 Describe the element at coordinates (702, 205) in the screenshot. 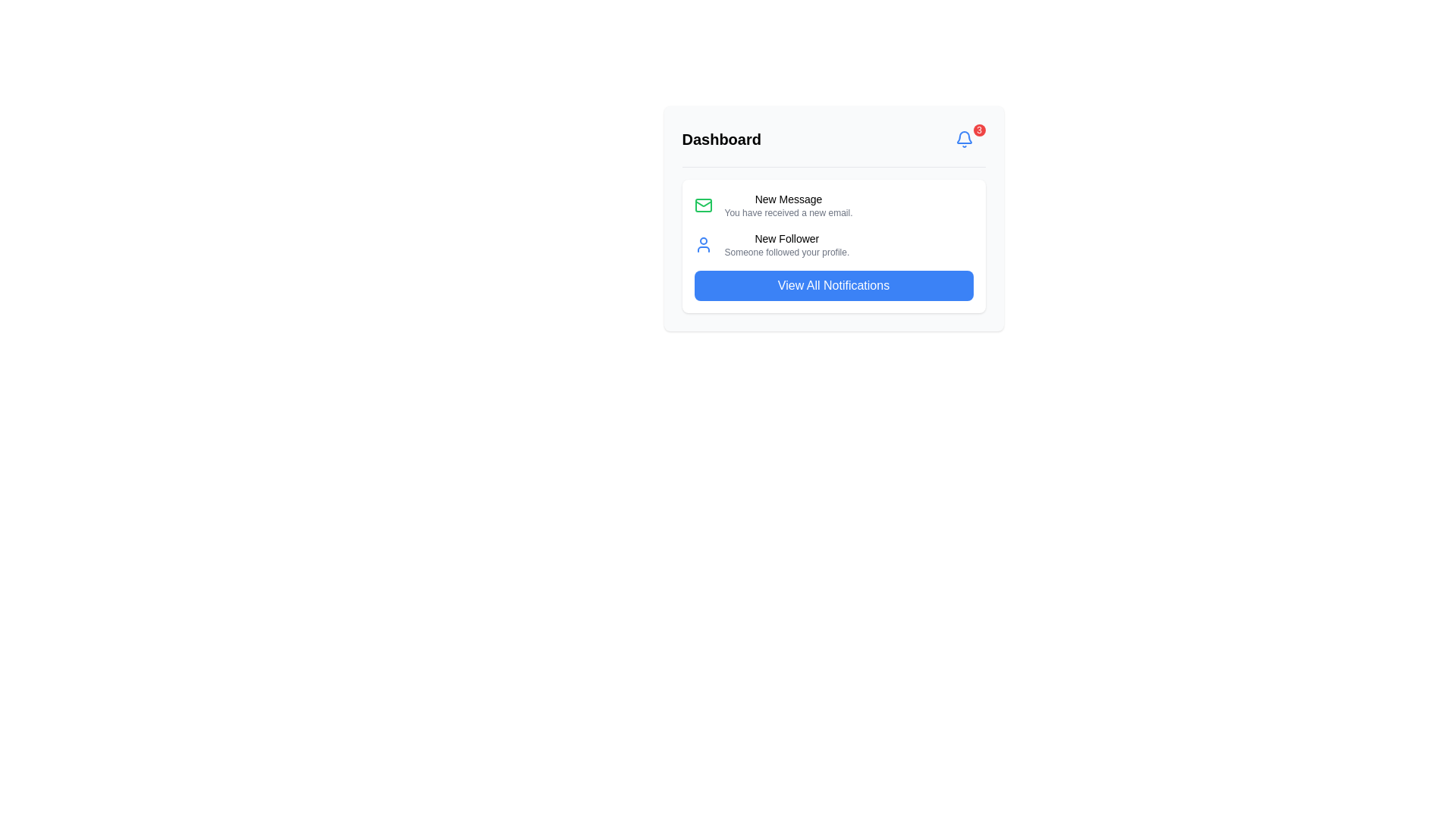

I see `the rectangular envelope icon with a green outline that represents a mail symbol, located in the notification section associated with the 'New Message' notification` at that location.